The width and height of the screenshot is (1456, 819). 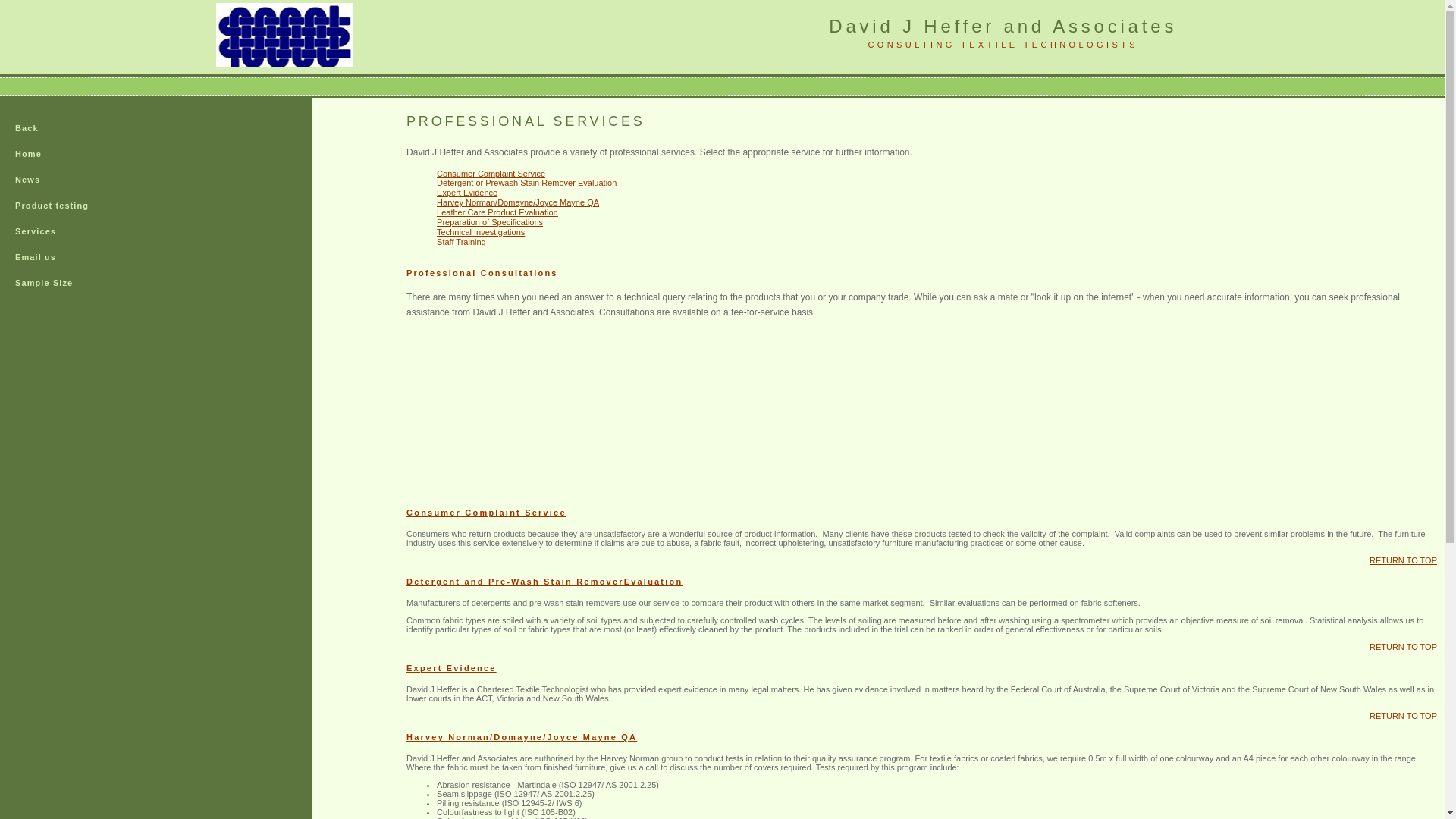 What do you see at coordinates (0, 180) in the screenshot?
I see `'News'` at bounding box center [0, 180].